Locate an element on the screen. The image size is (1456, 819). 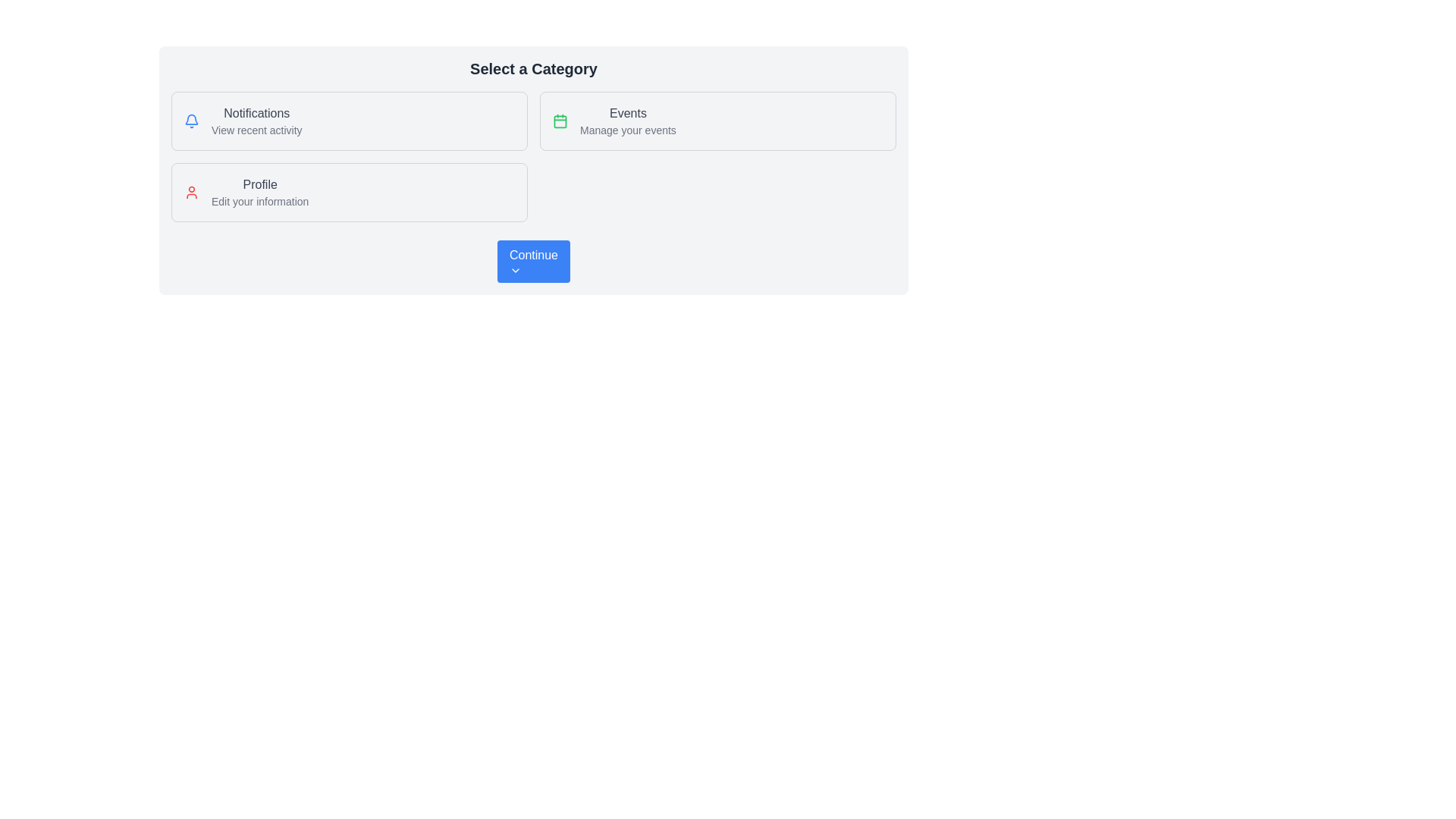
the static text providing guidance for the 'Events' section, located below the title 'Events' in the right-hand card of a three-card layout is located at coordinates (628, 130).